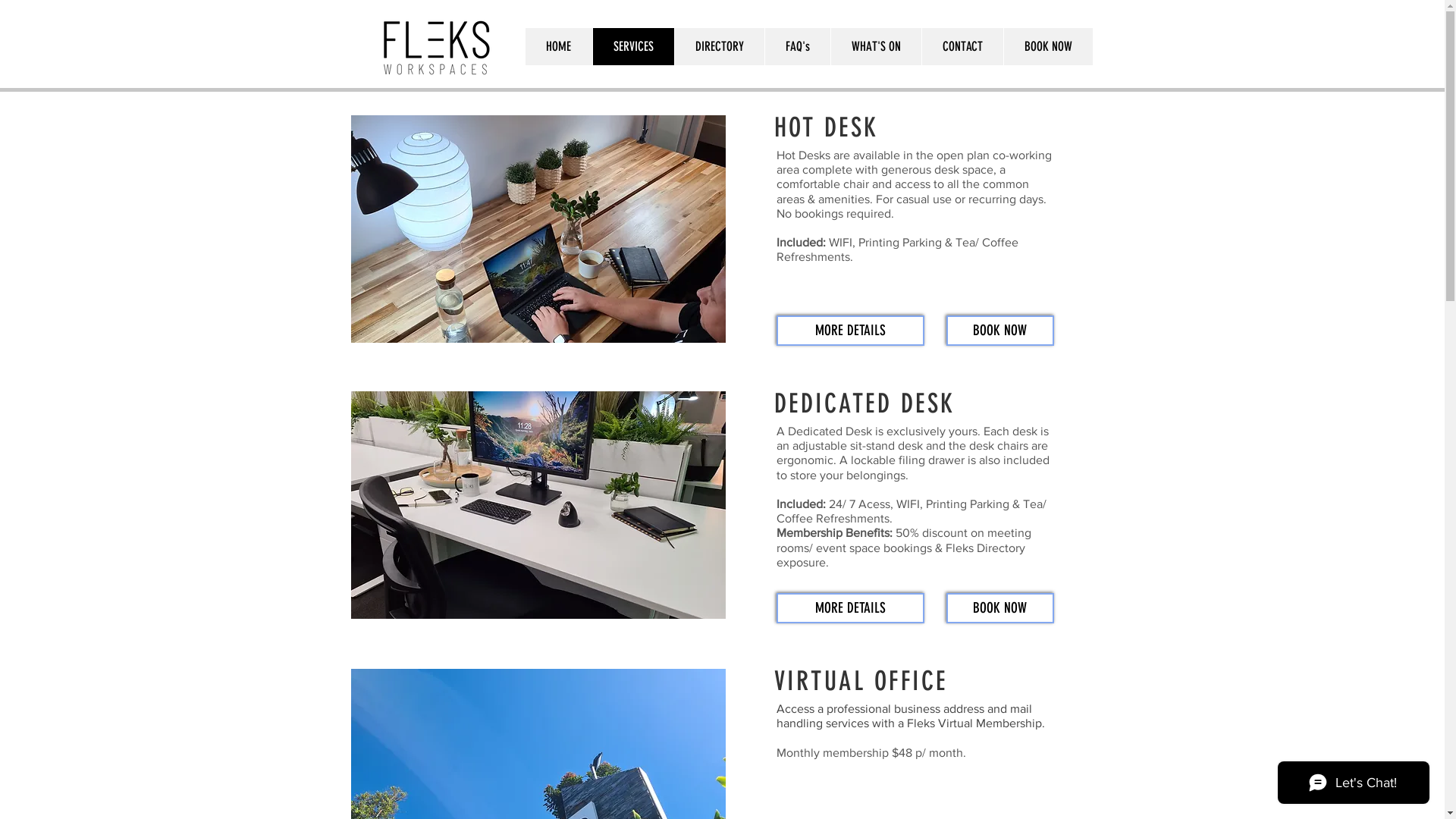 This screenshot has height=819, width=1456. I want to click on 'SERVICES', so click(590, 45).